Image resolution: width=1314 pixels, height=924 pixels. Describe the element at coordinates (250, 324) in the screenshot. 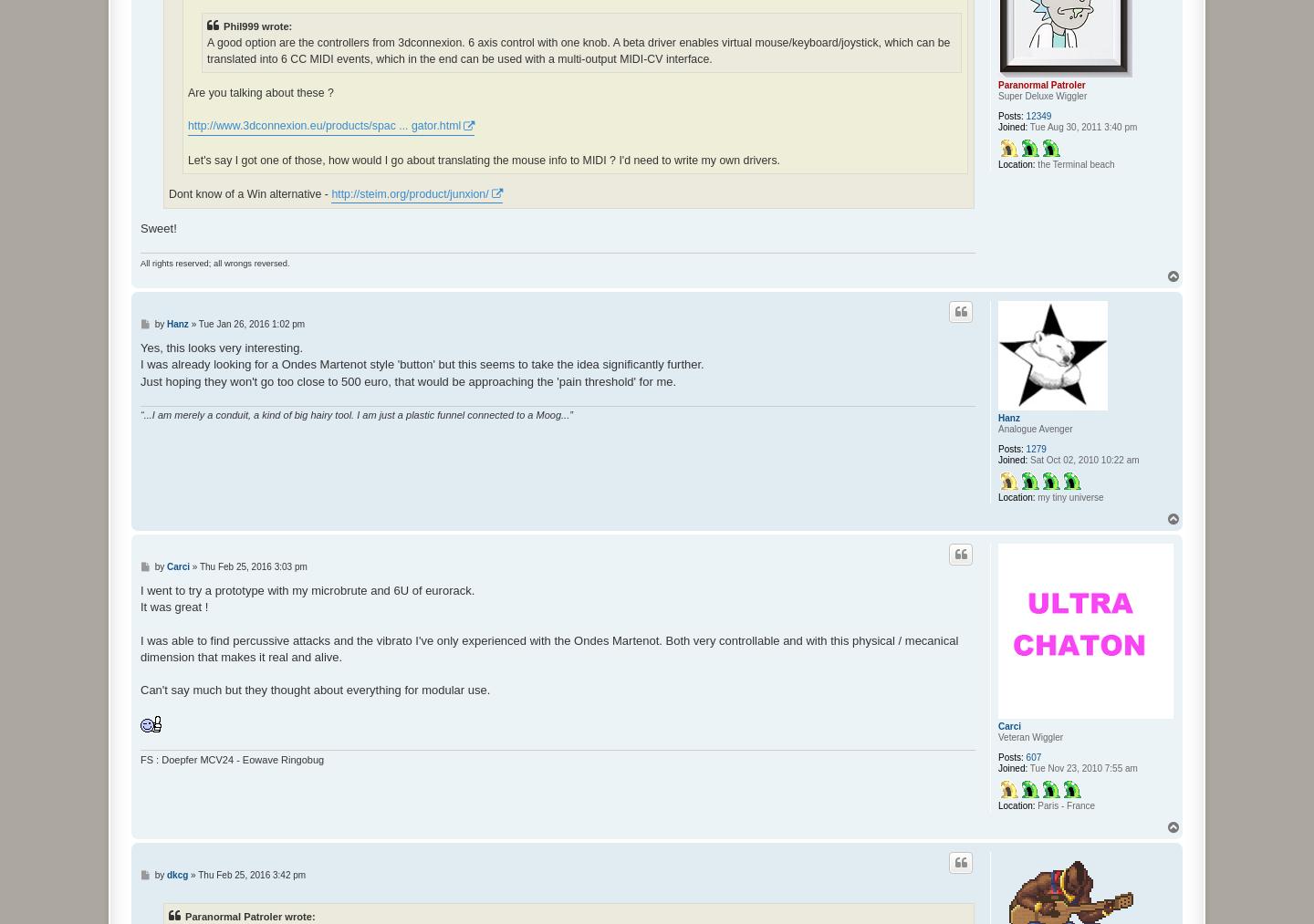

I see `'Tue Jan 26, 2016 1:02 pm'` at that location.